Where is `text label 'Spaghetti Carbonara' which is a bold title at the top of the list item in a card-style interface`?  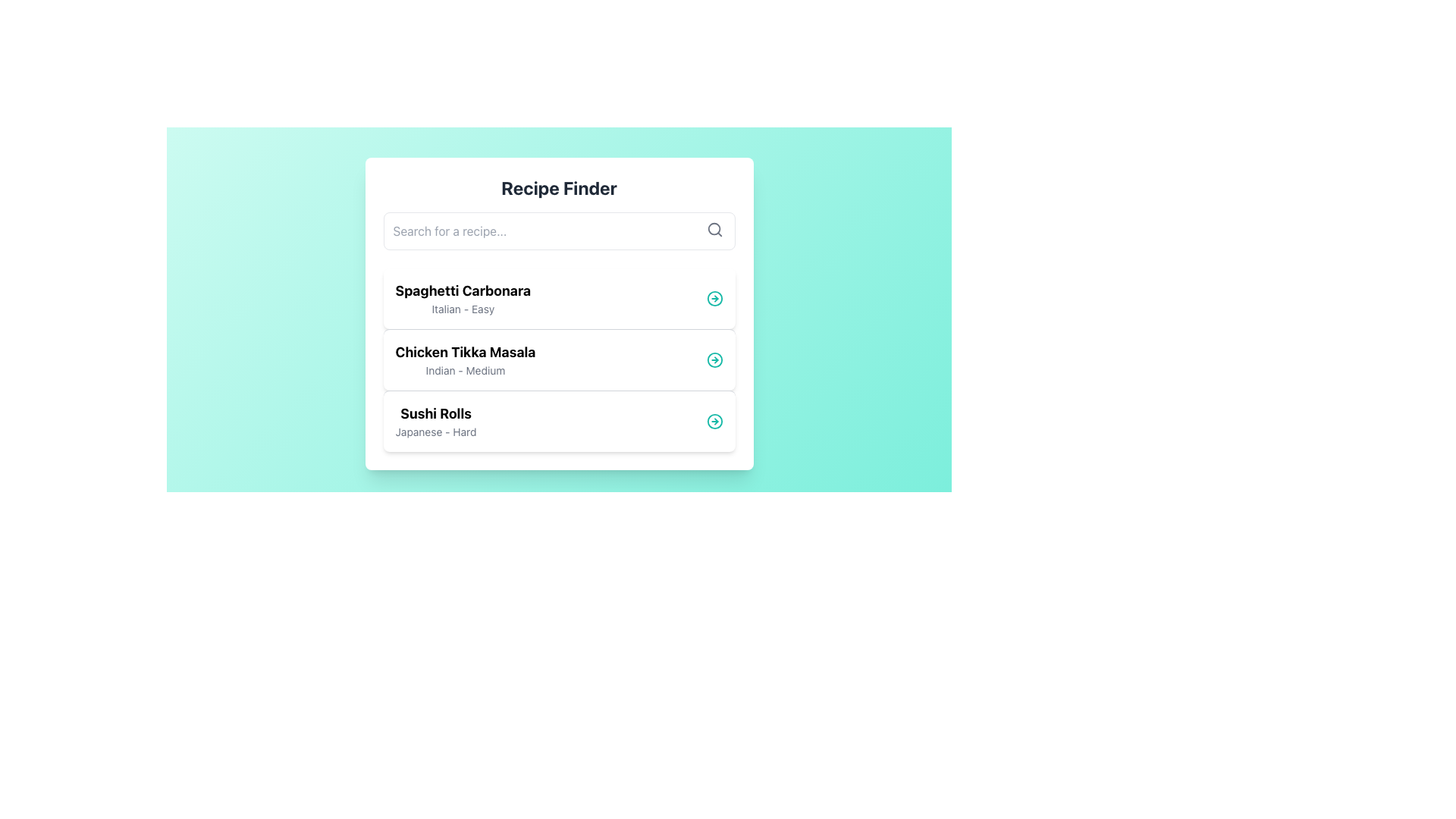
text label 'Spaghetti Carbonara' which is a bold title at the top of the list item in a card-style interface is located at coordinates (462, 291).